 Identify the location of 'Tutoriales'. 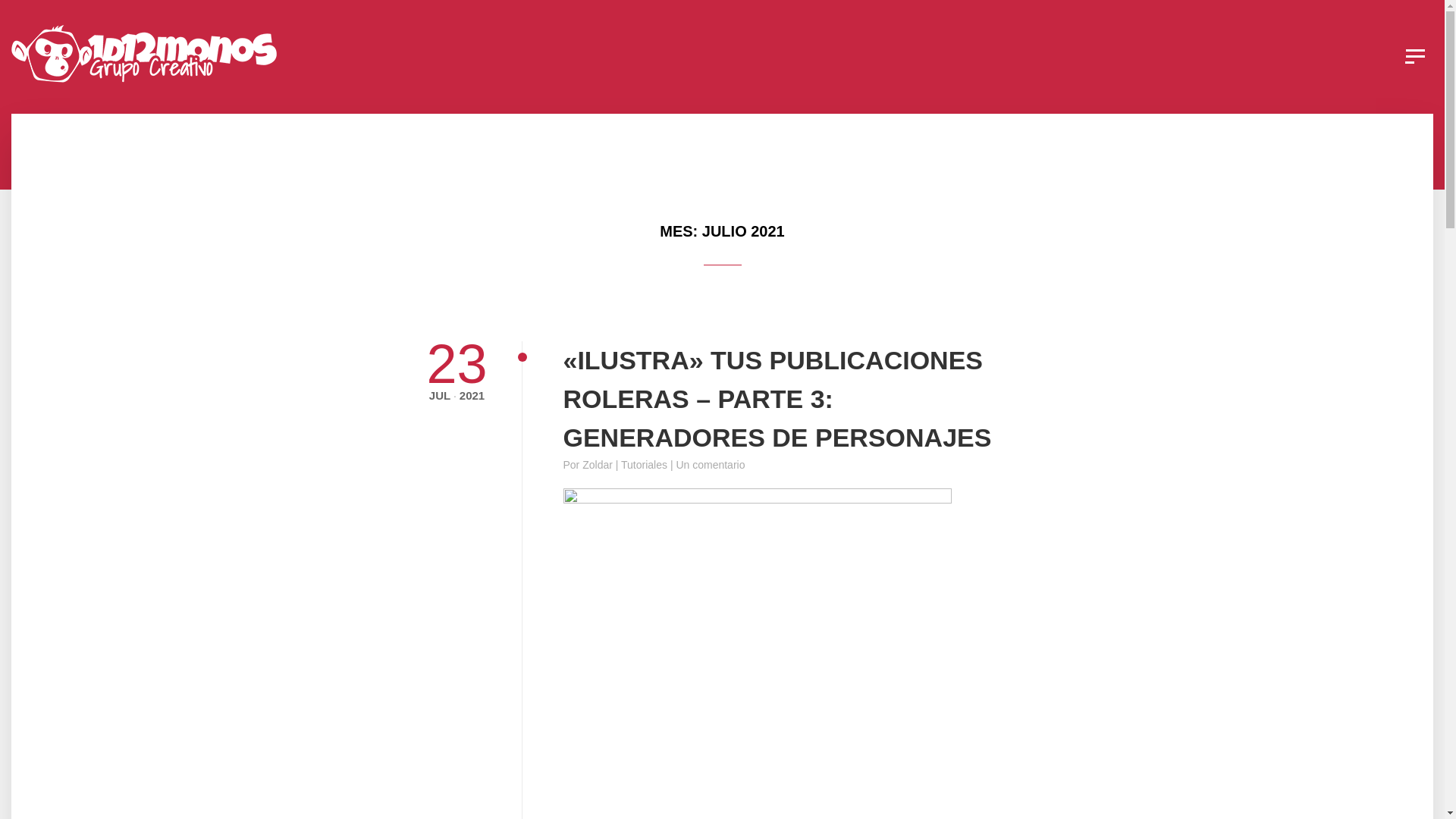
(644, 464).